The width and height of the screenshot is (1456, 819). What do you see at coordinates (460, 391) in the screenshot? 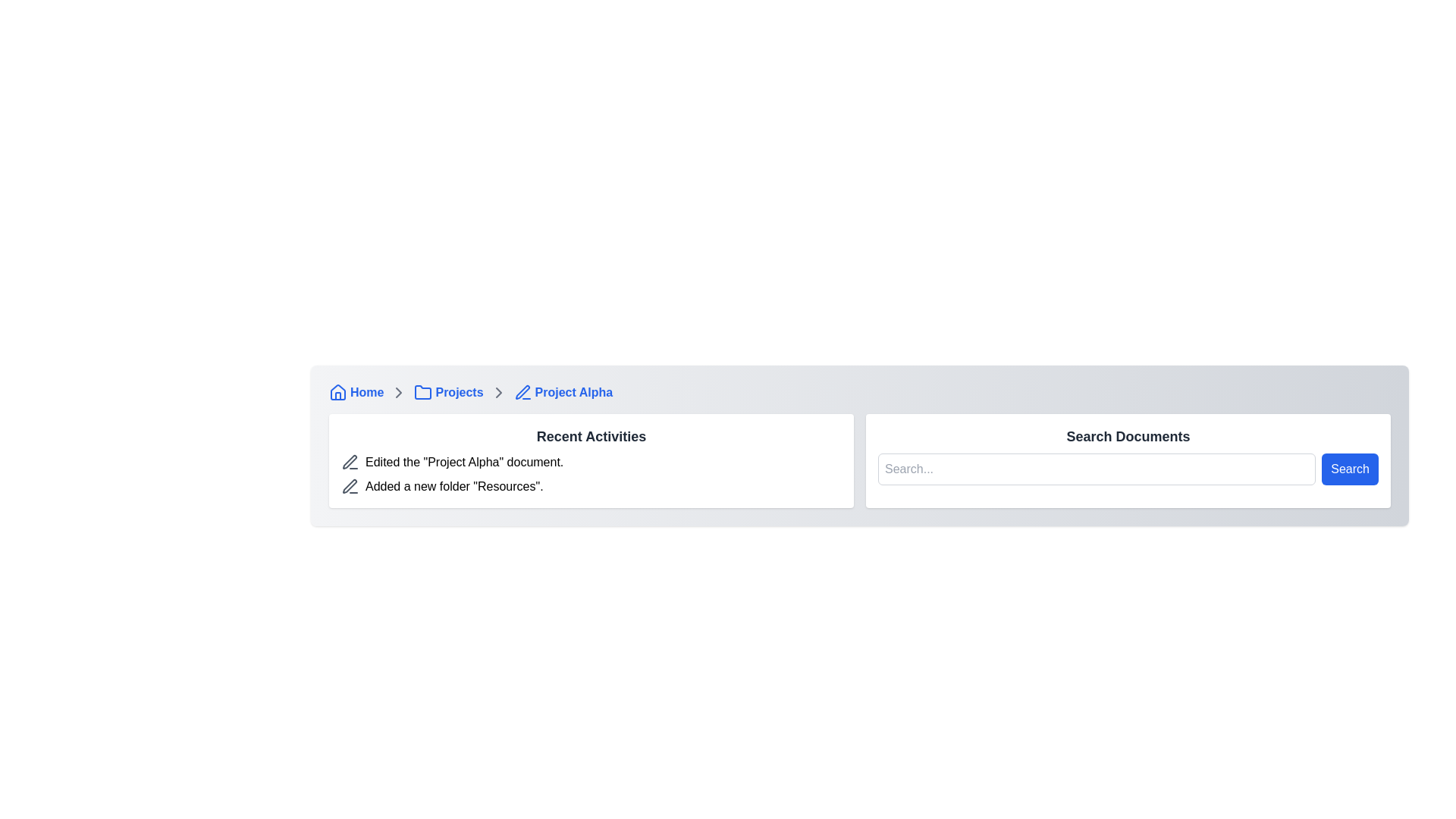
I see `the 'Projects' breadcrumb navigation item, which consists of a blue folder icon and the text 'Projects' followed by a right arrow symbol` at bounding box center [460, 391].